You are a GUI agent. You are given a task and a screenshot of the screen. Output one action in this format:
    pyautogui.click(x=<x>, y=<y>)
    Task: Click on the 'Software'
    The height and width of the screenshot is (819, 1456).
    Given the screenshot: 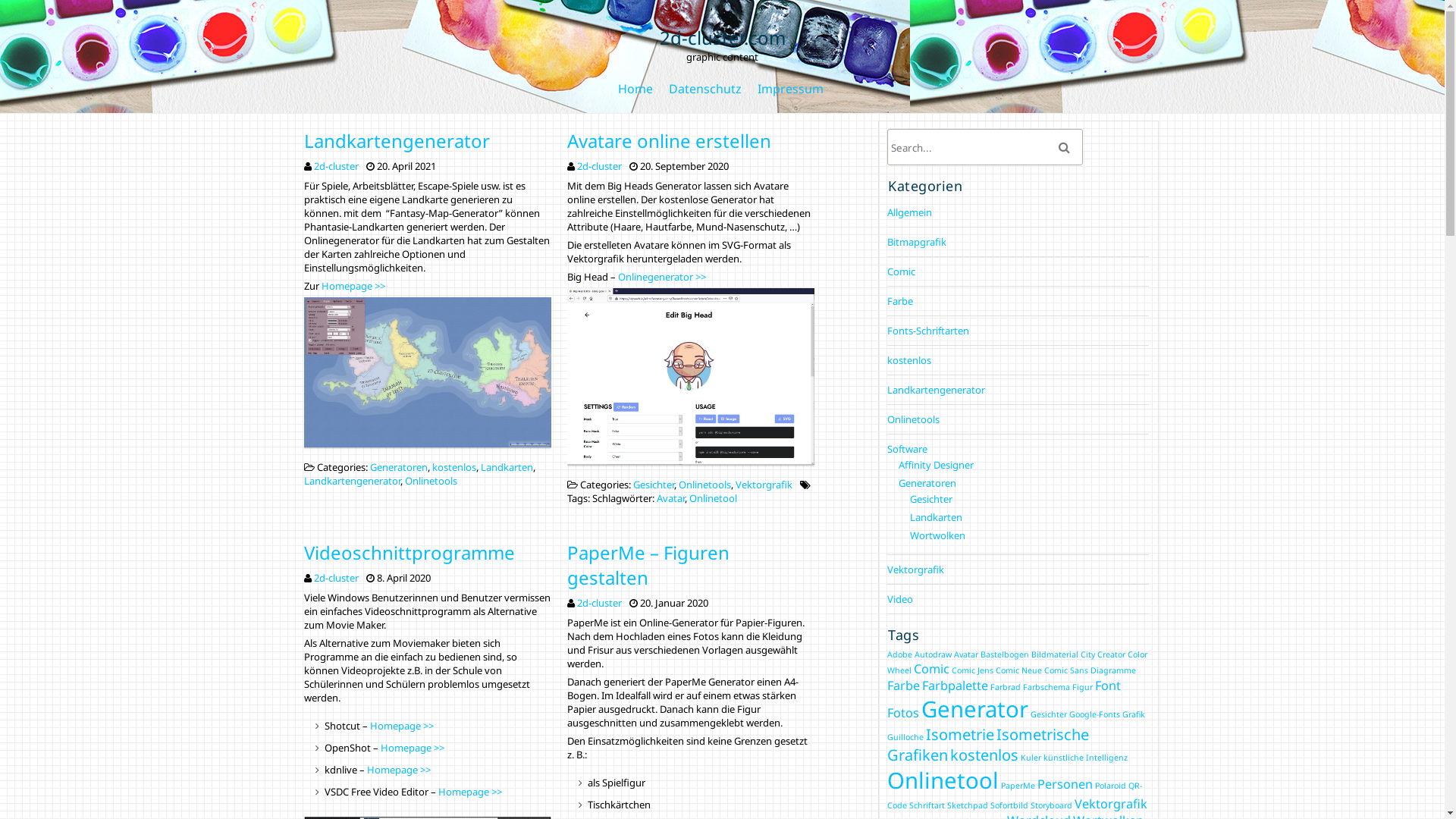 What is the action you would take?
    pyautogui.click(x=907, y=447)
    